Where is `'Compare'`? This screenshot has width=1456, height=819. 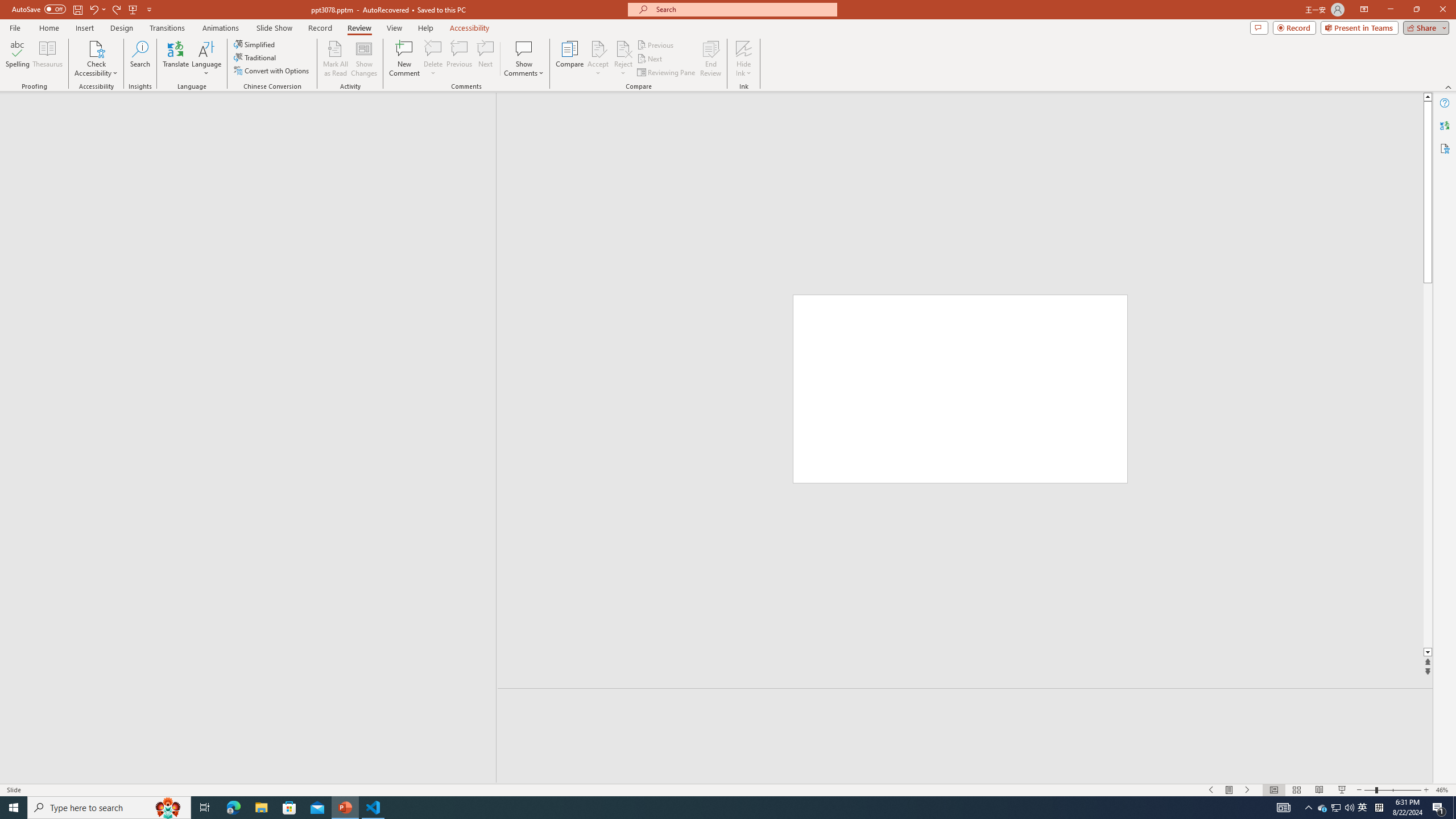 'Compare' is located at coordinates (570, 59).